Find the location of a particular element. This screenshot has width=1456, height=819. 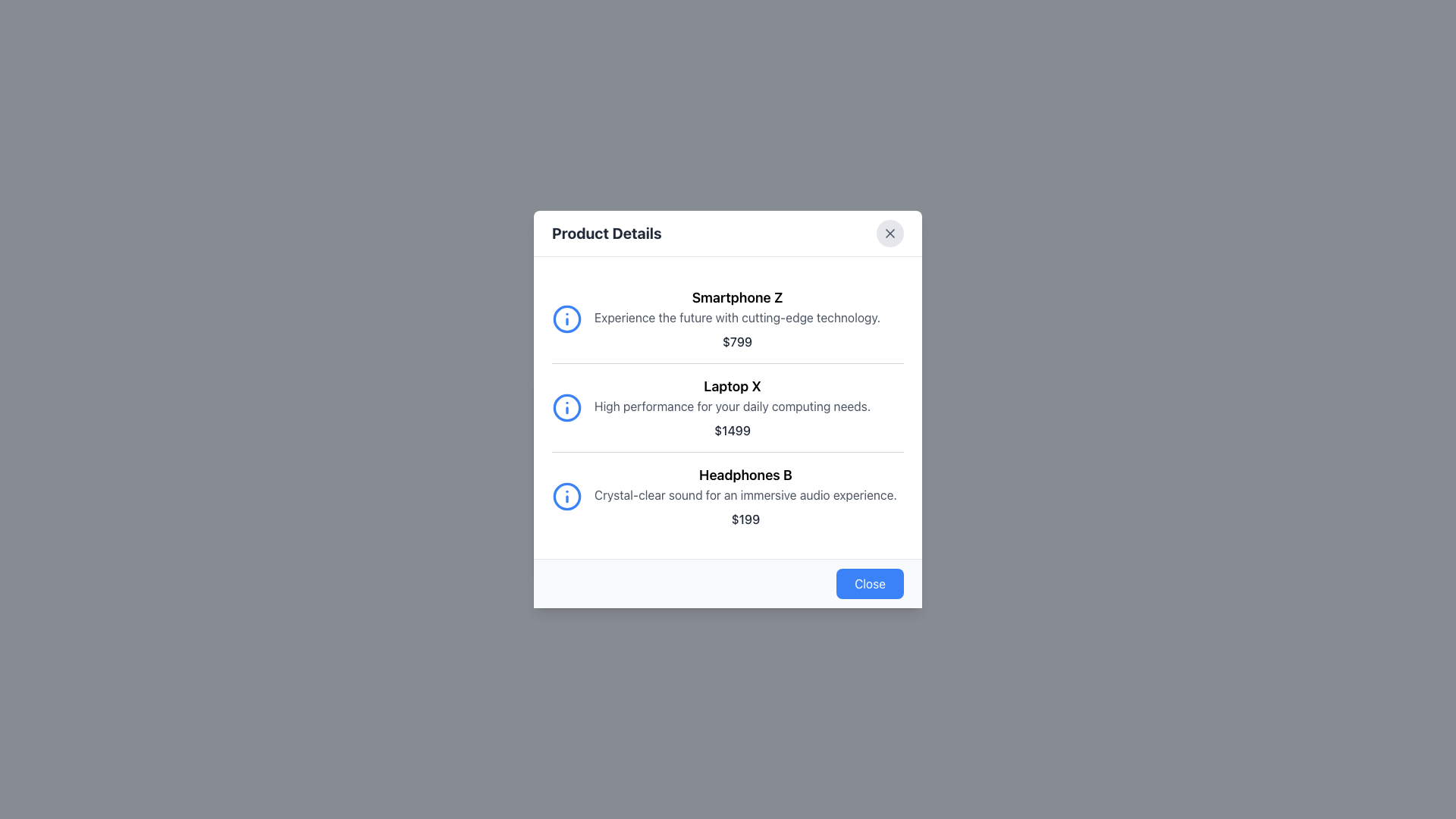

the informational display item for 'Headphones B', which is the third item in the product list, located in the modal dialog box's main content area is located at coordinates (745, 497).